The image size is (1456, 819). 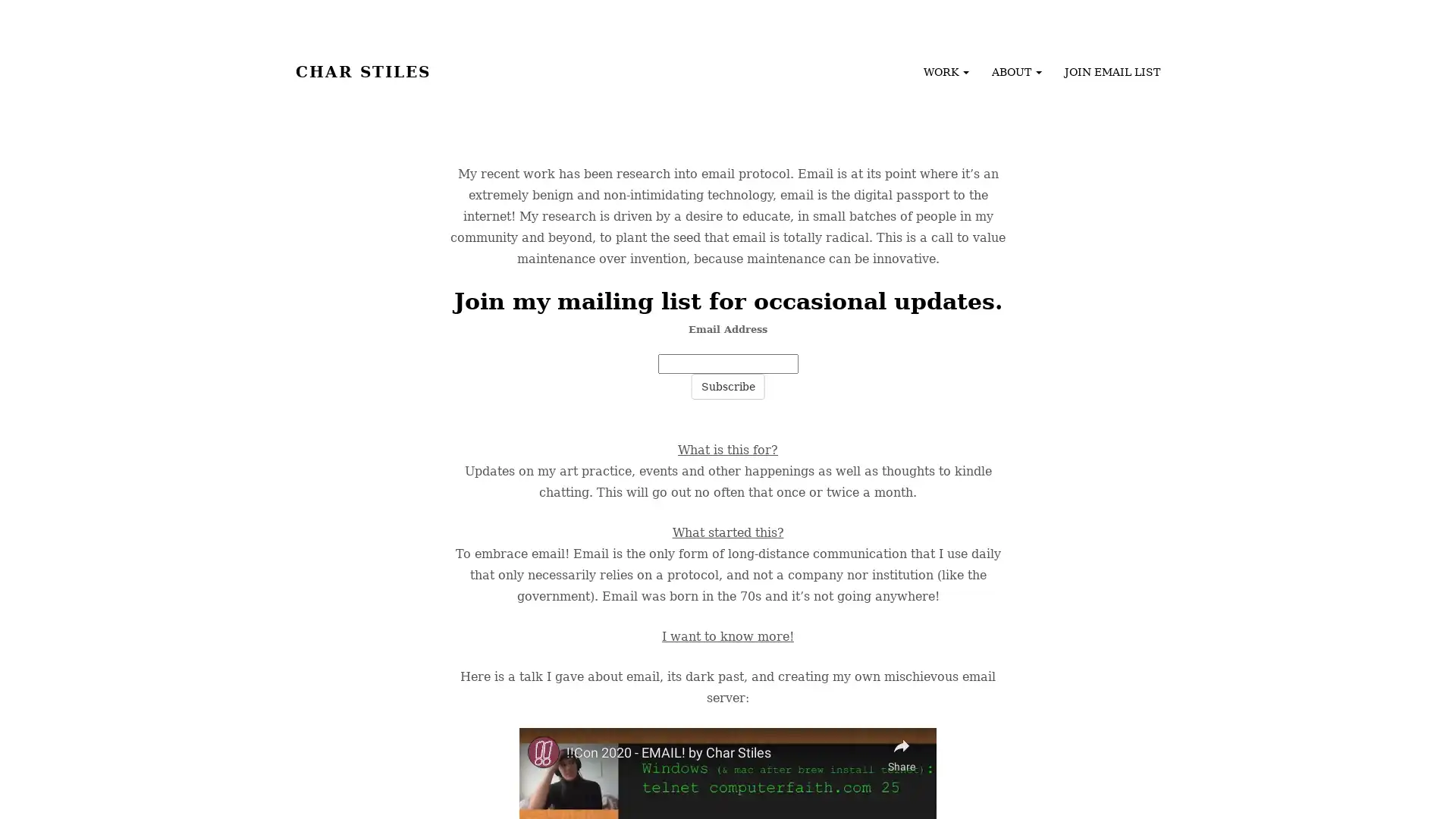 I want to click on Subscribe, so click(x=726, y=385).